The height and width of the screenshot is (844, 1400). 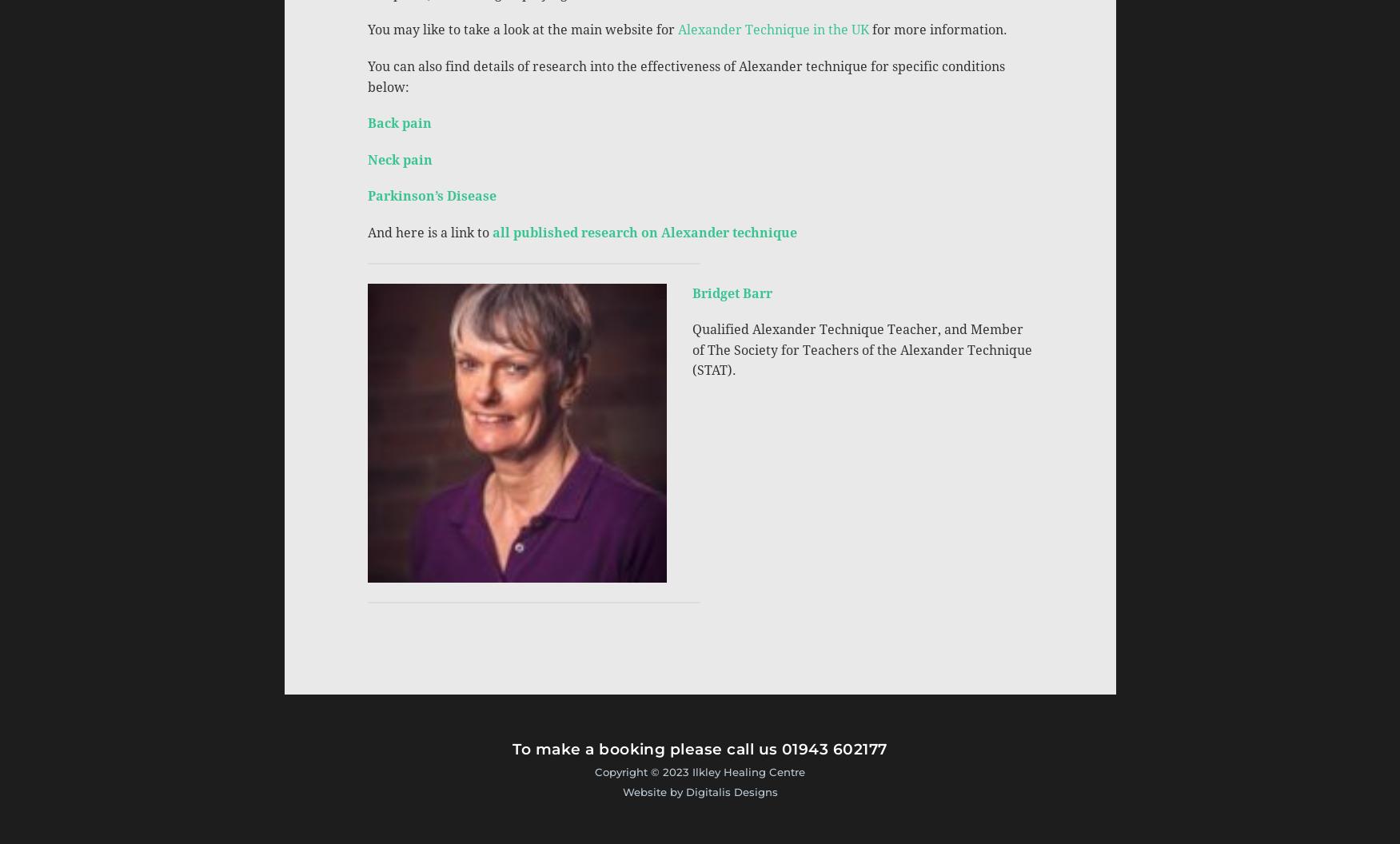 What do you see at coordinates (521, 30) in the screenshot?
I see `'You may like to take a look at the main website for'` at bounding box center [521, 30].